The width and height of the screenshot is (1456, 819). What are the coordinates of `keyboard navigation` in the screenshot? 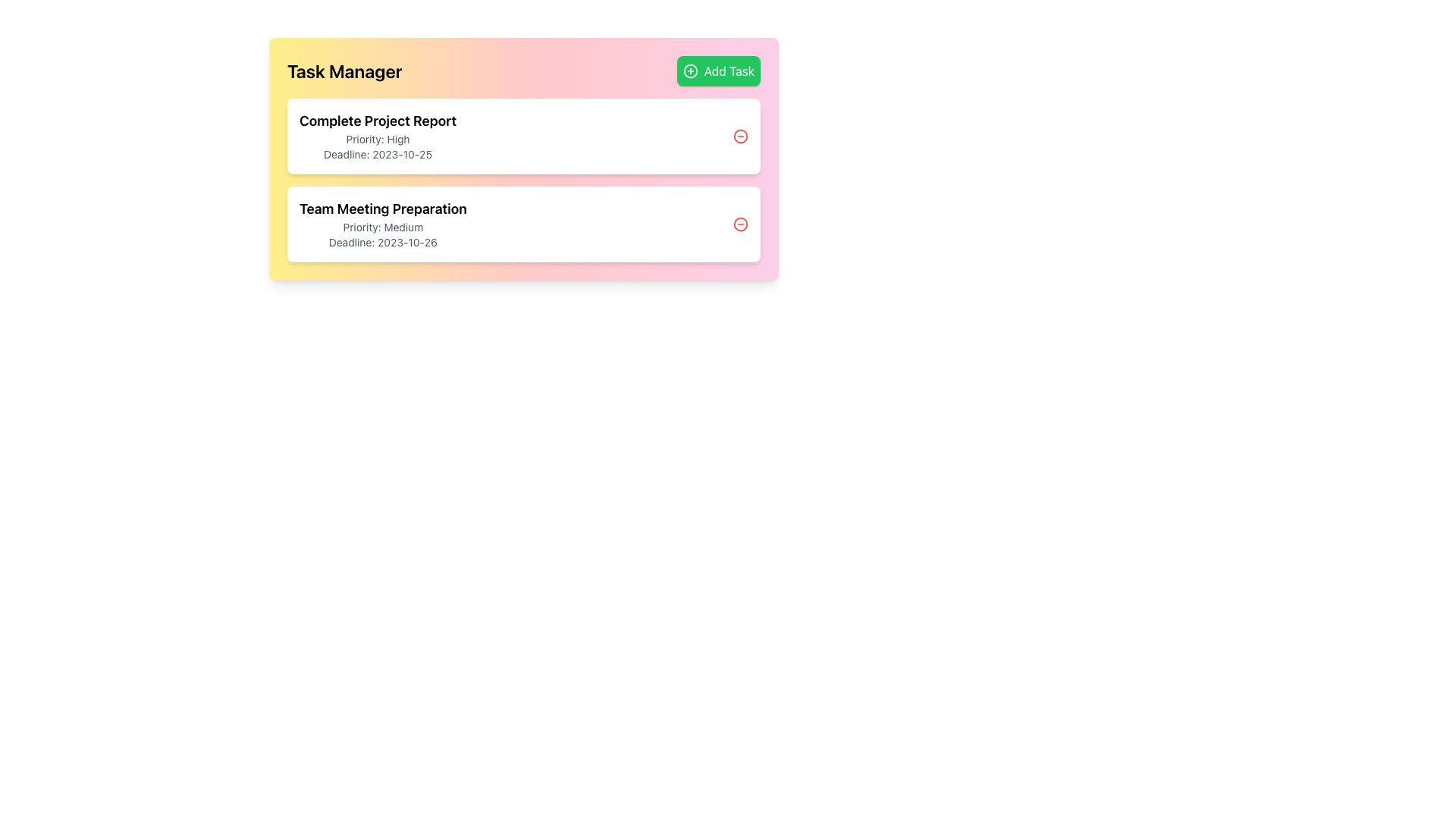 It's located at (378, 140).